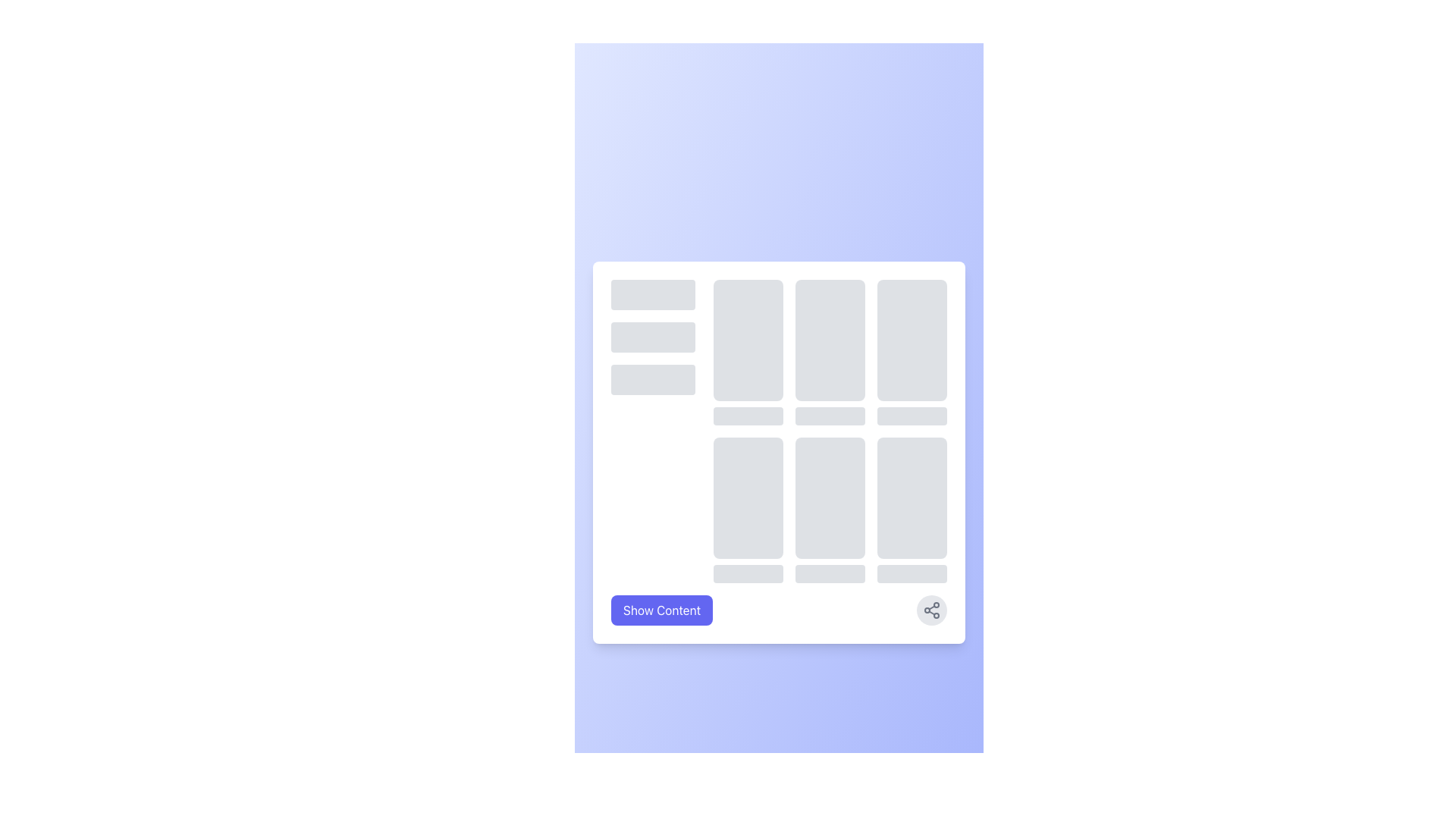 Image resolution: width=1456 pixels, height=819 pixels. Describe the element at coordinates (829, 510) in the screenshot. I see `the List item placeholder with two subsections located in the middle column of the second row in the grid layout` at that location.